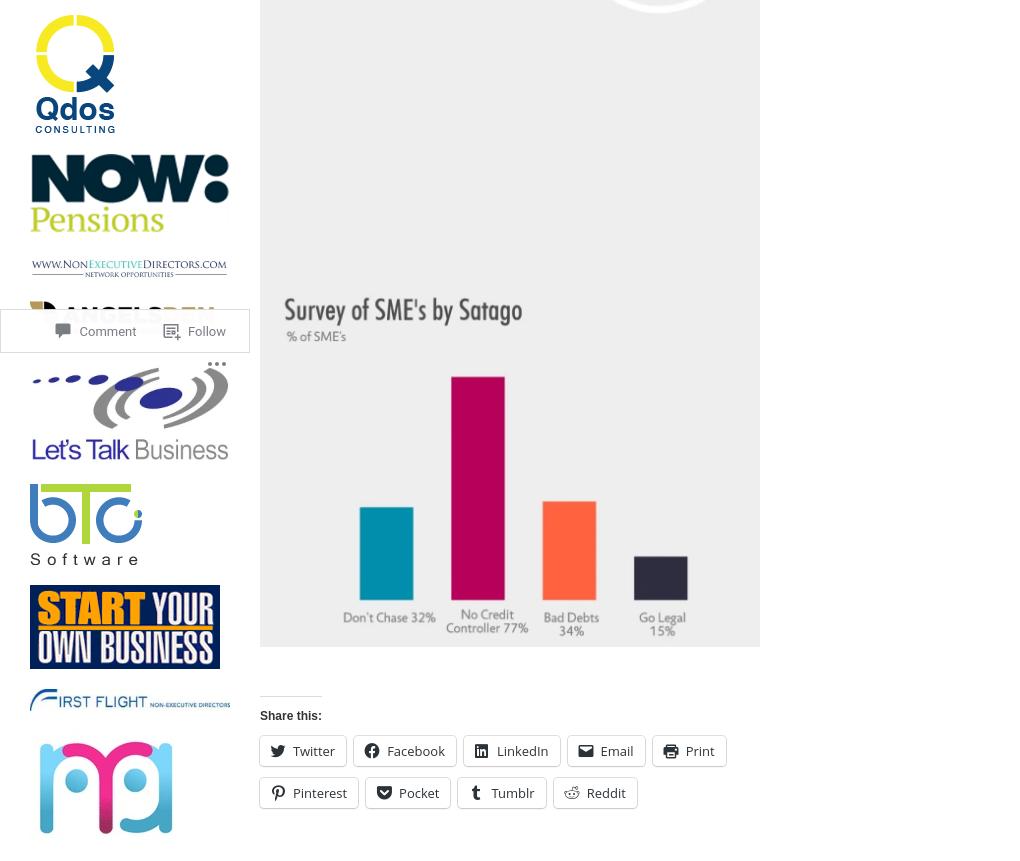 The image size is (1020, 861). I want to click on 'Follow', so click(205, 256).